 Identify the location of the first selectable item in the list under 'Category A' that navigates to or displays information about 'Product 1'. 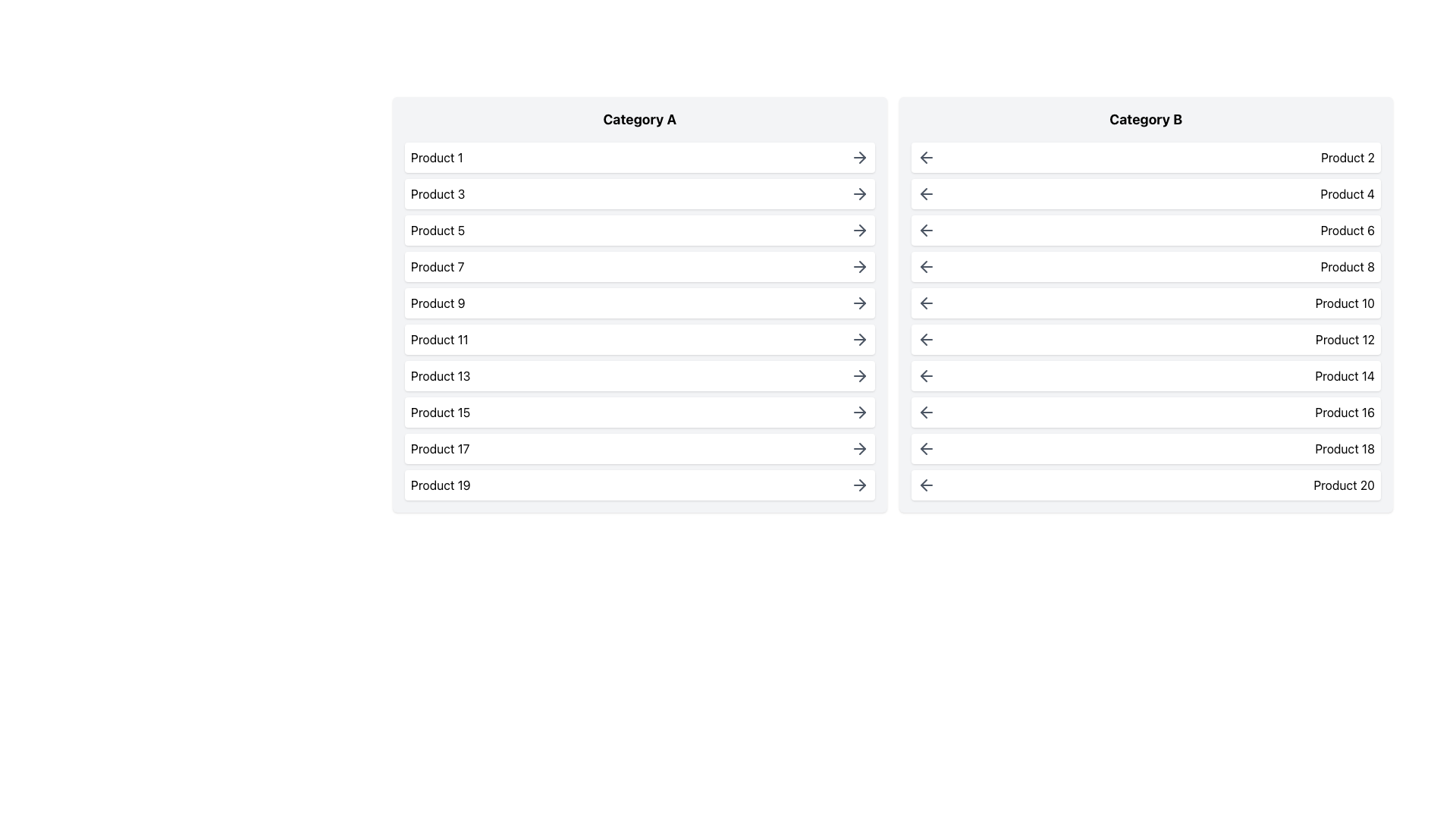
(639, 158).